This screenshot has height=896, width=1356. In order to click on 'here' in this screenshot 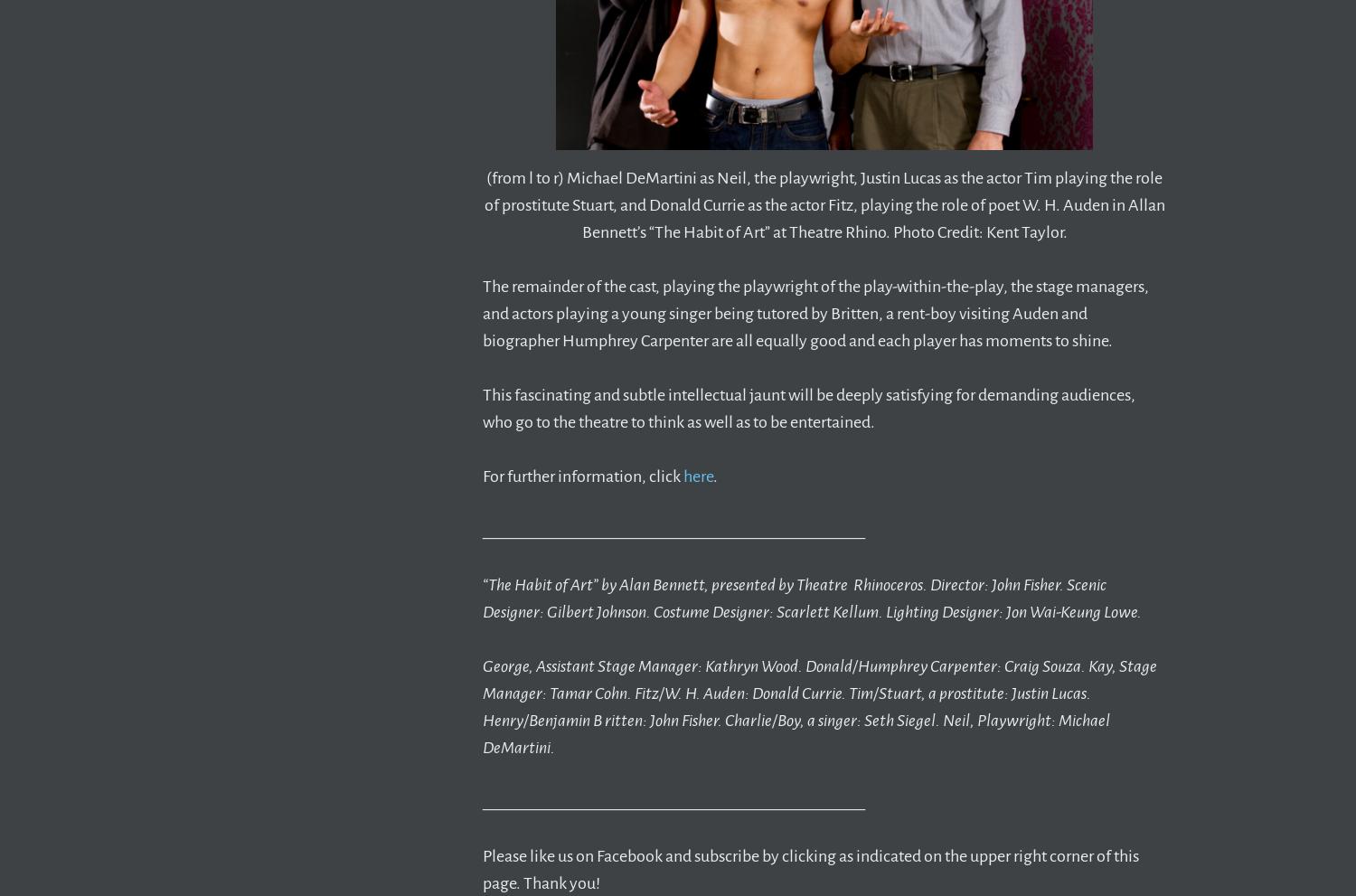, I will do `click(683, 476)`.